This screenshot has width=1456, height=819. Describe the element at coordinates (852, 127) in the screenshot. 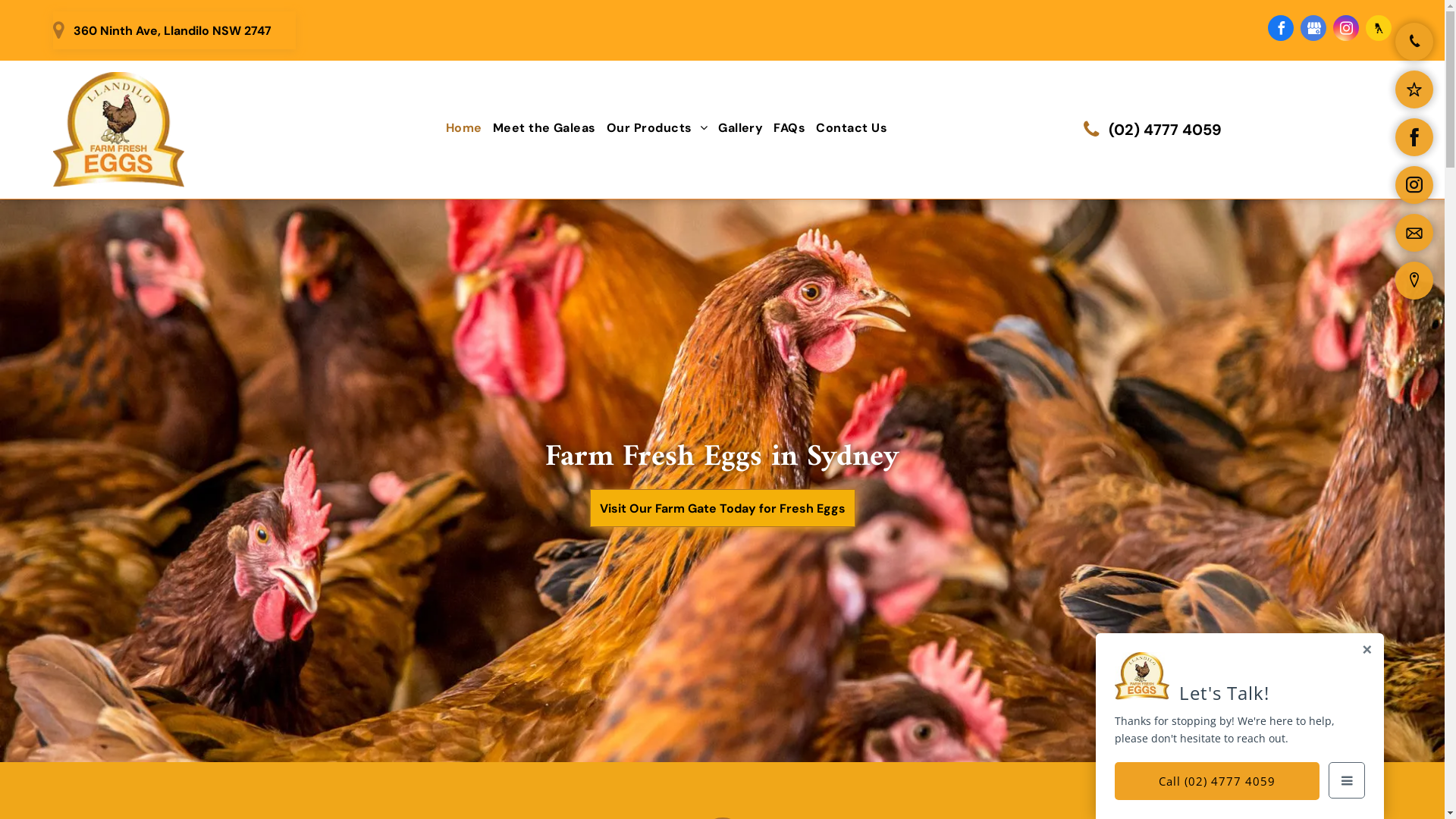

I see `'Contact Us'` at that location.